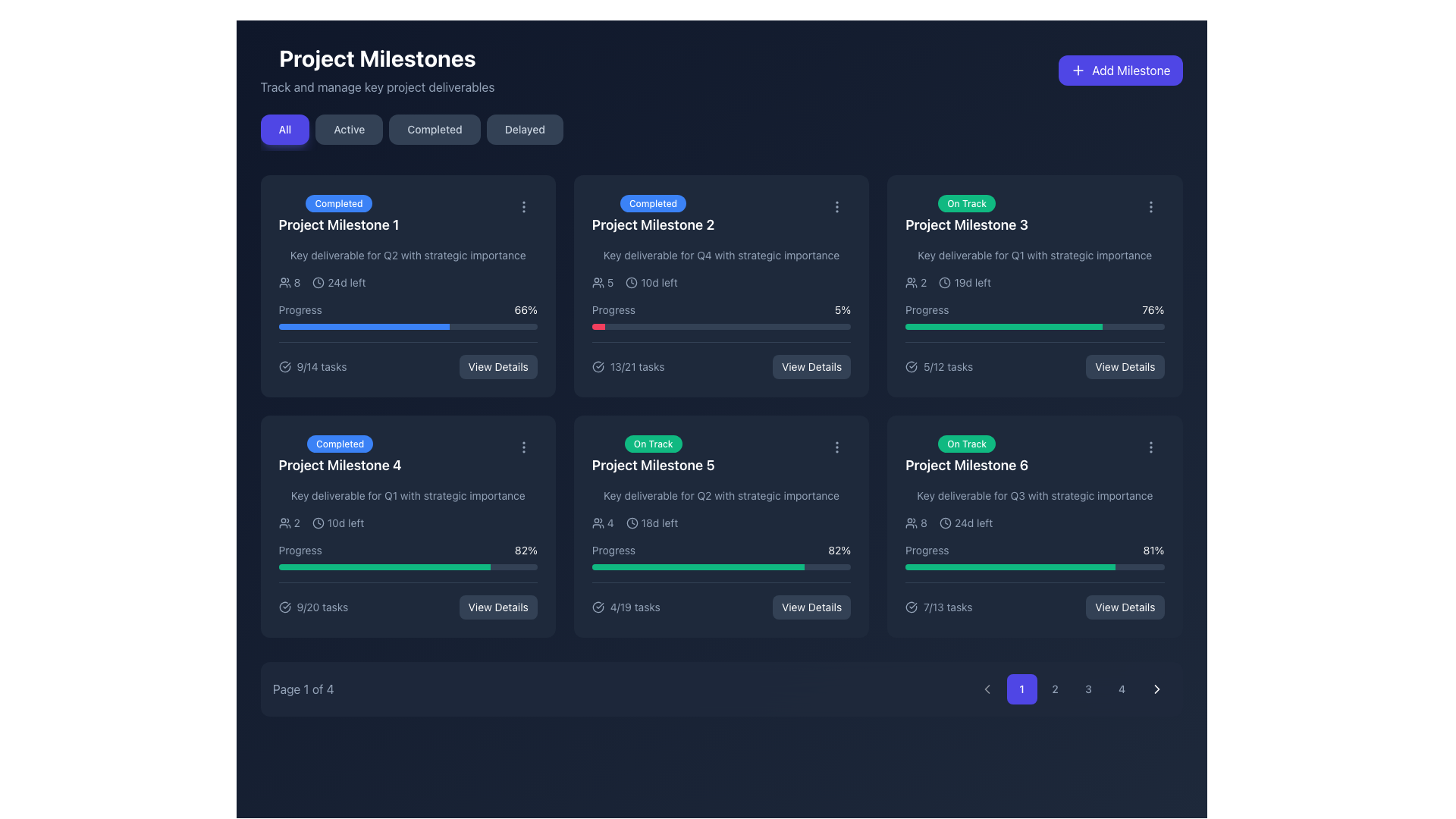  I want to click on Text Label displaying '82%' in white text against a dark background, located on the bottom-right of the 'Project Milestone 5' subsection, so click(526, 550).